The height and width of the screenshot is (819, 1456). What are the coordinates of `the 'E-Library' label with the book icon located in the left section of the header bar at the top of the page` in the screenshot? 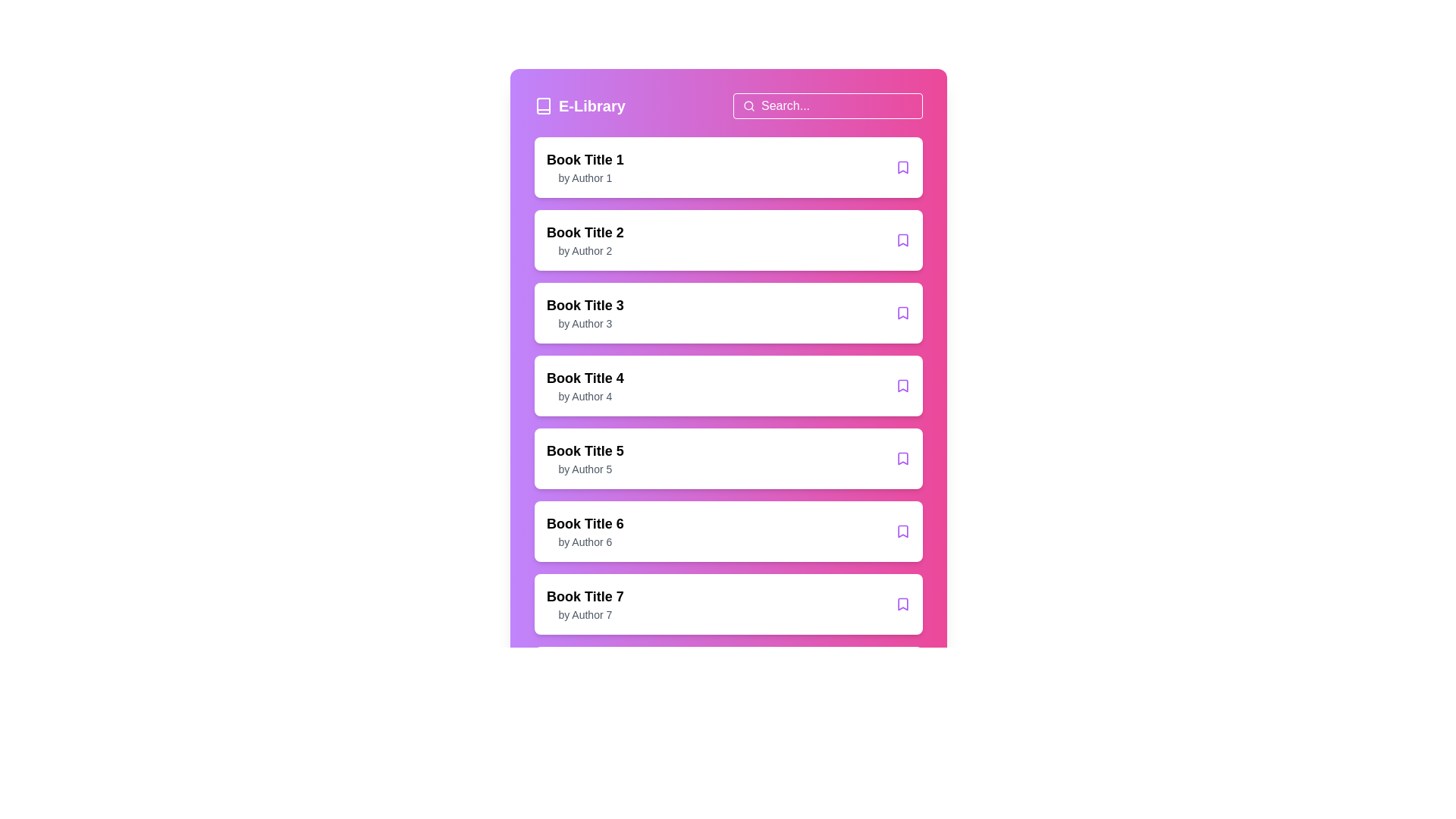 It's located at (579, 105).